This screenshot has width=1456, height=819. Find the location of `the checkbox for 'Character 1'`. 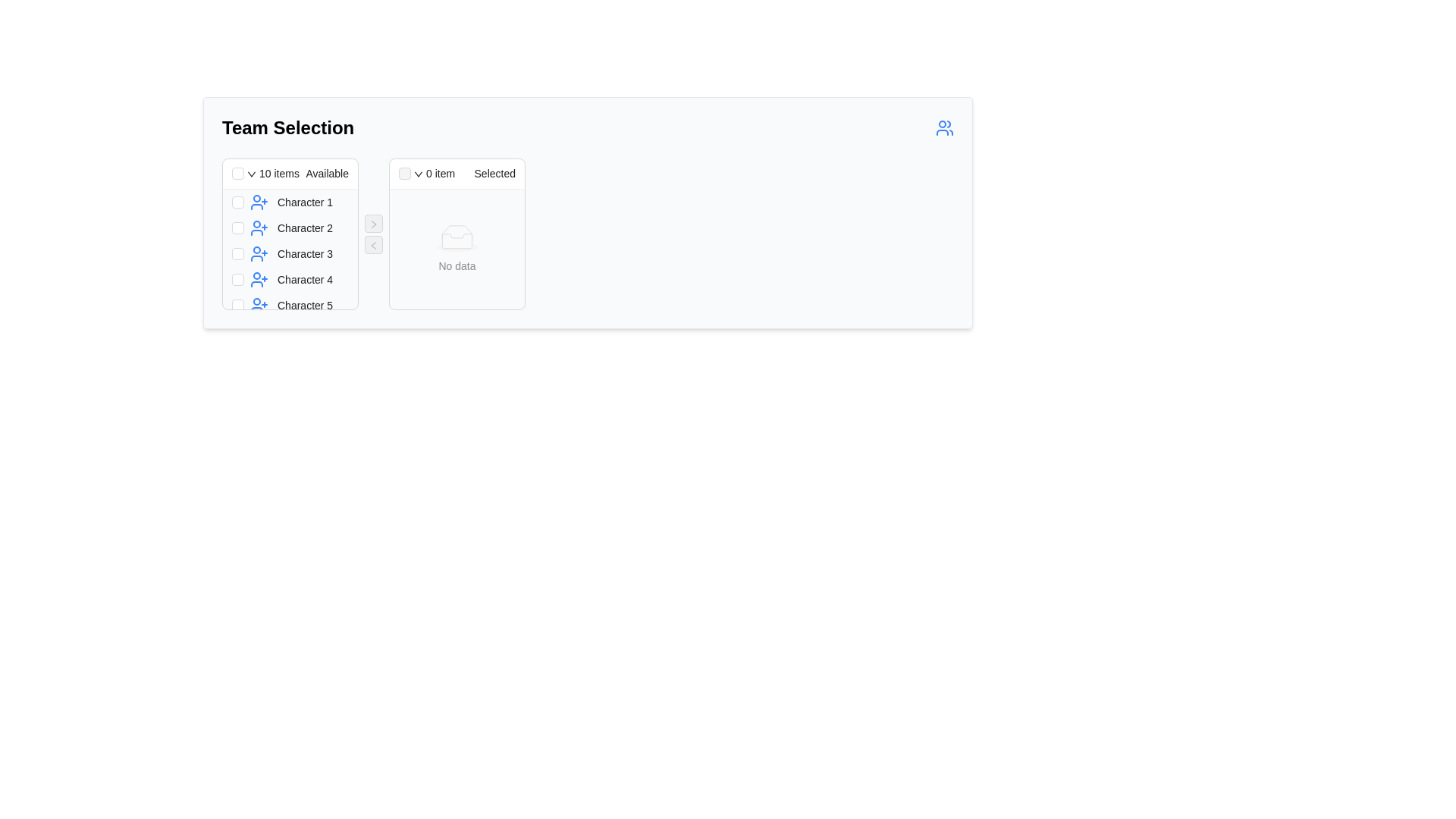

the checkbox for 'Character 1' is located at coordinates (237, 201).